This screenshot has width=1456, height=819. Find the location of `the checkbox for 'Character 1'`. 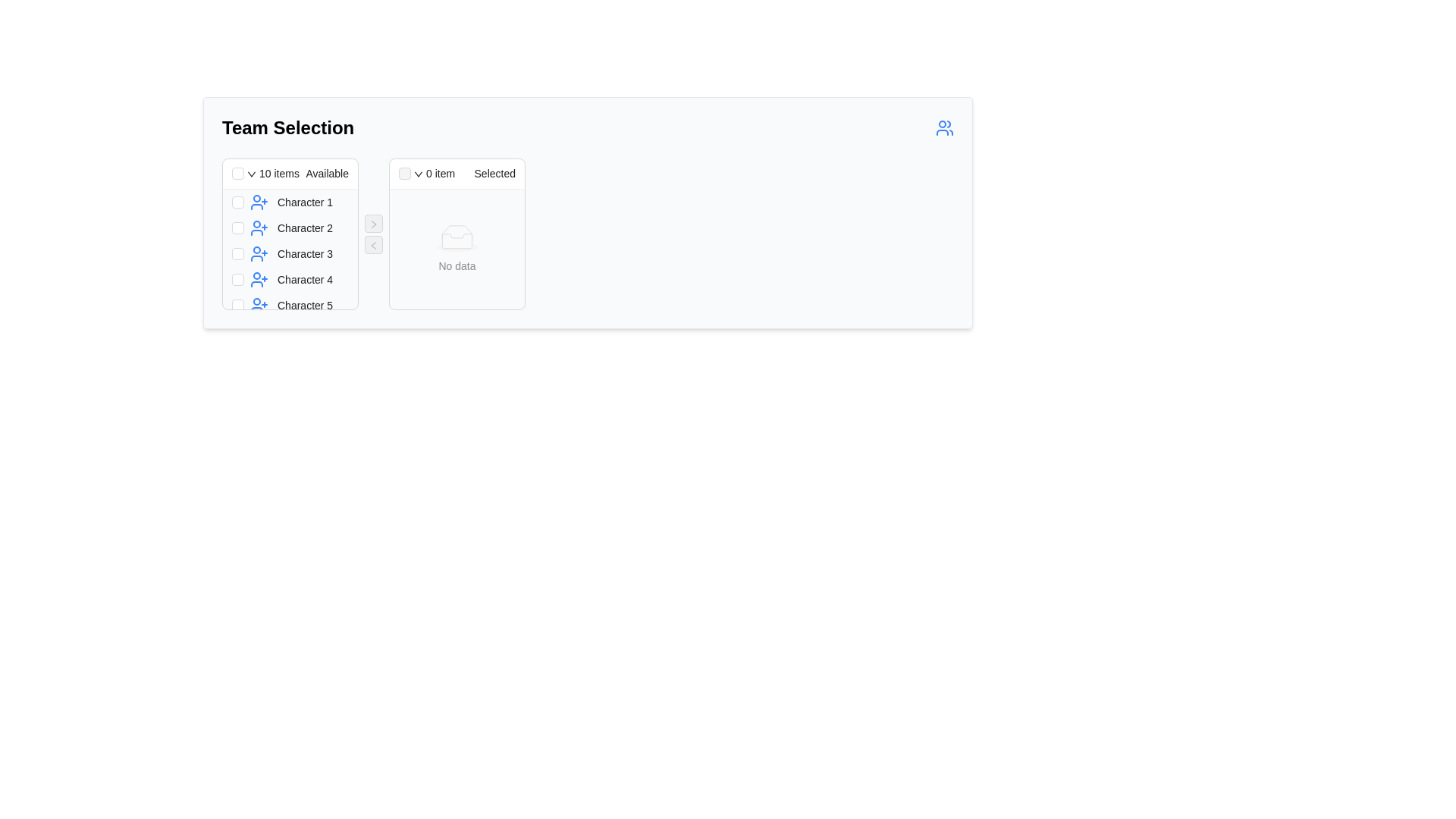

the checkbox for 'Character 1' is located at coordinates (237, 201).